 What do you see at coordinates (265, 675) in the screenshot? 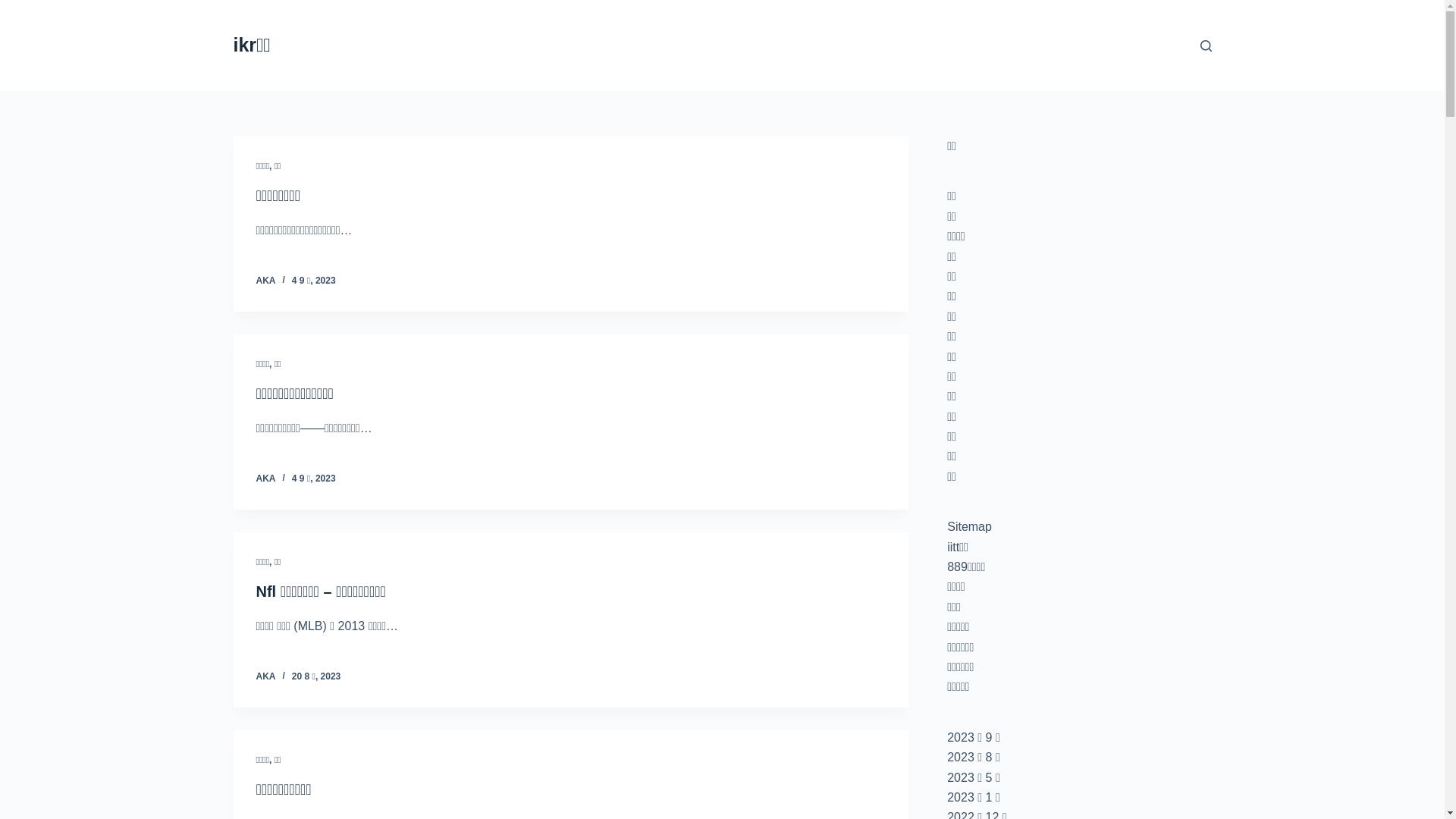
I see `'AKA'` at bounding box center [265, 675].